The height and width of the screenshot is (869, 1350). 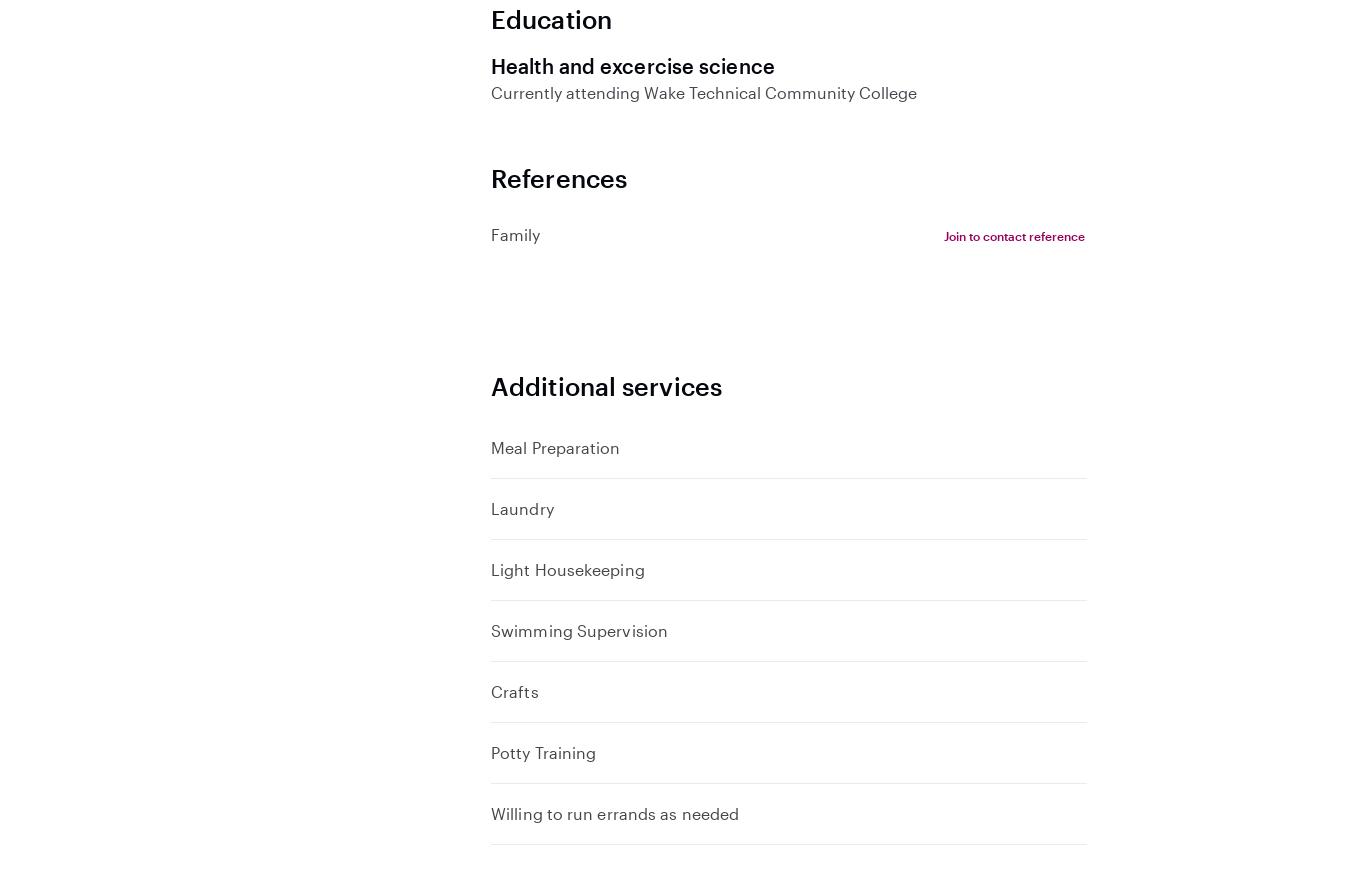 What do you see at coordinates (542, 751) in the screenshot?
I see `'Potty Training'` at bounding box center [542, 751].